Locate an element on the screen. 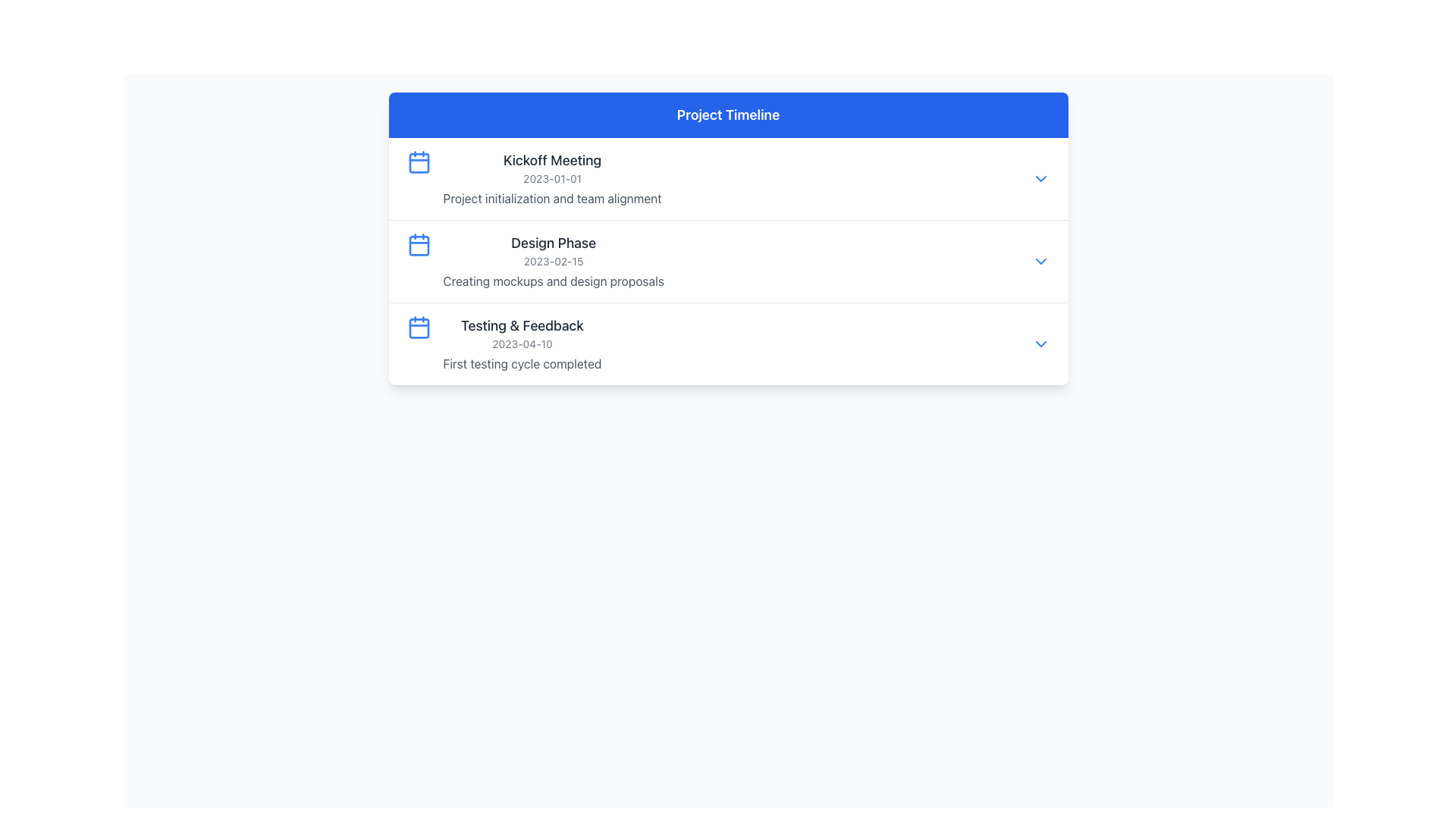  text details of the Card Content Section, which is the second item in the vertical timeline layout, positioned between 'Kickoff Meeting' and 'Testing & Feedback' is located at coordinates (535, 260).